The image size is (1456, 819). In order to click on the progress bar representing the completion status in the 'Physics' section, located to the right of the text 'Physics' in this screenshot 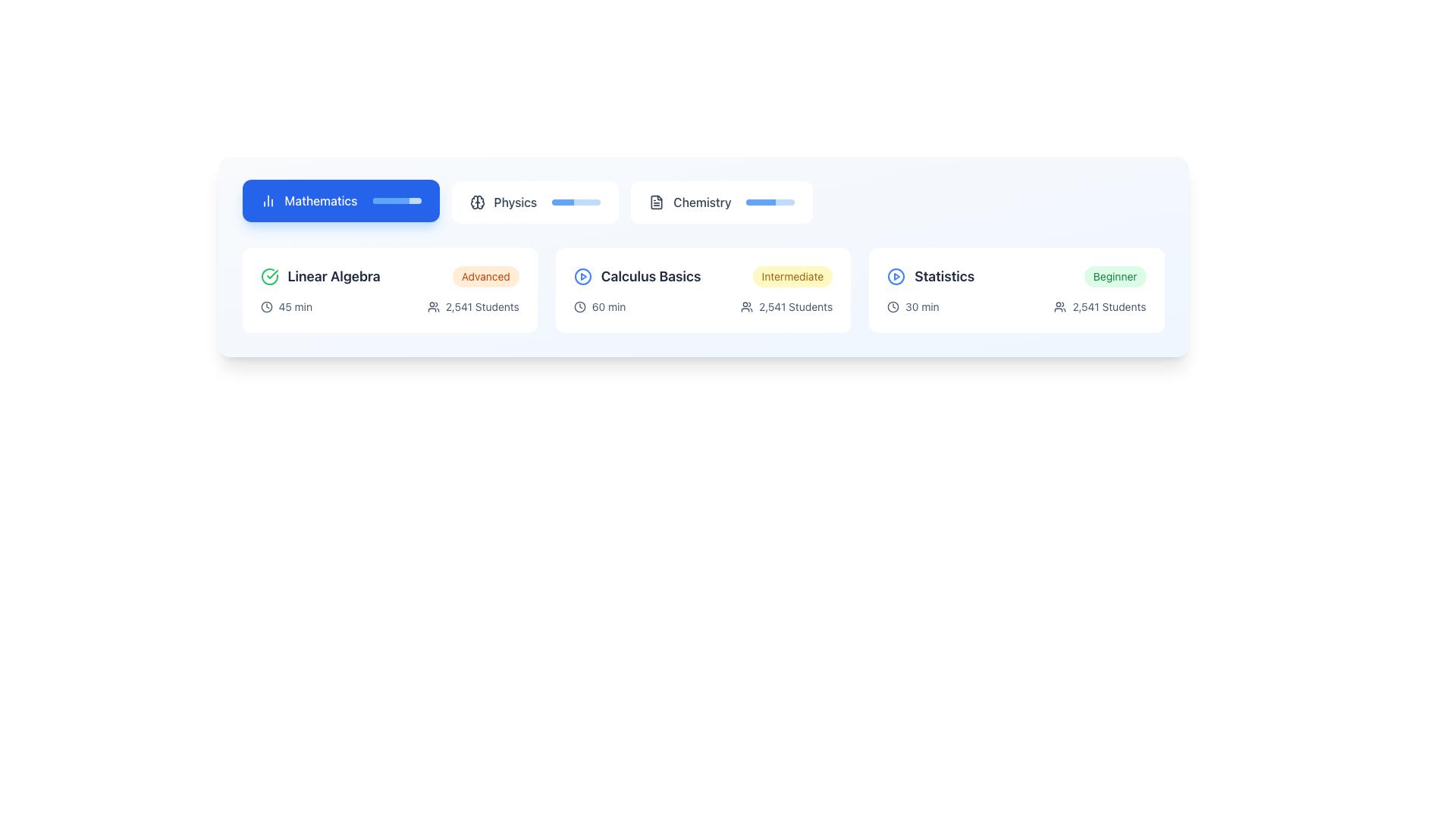, I will do `click(576, 201)`.